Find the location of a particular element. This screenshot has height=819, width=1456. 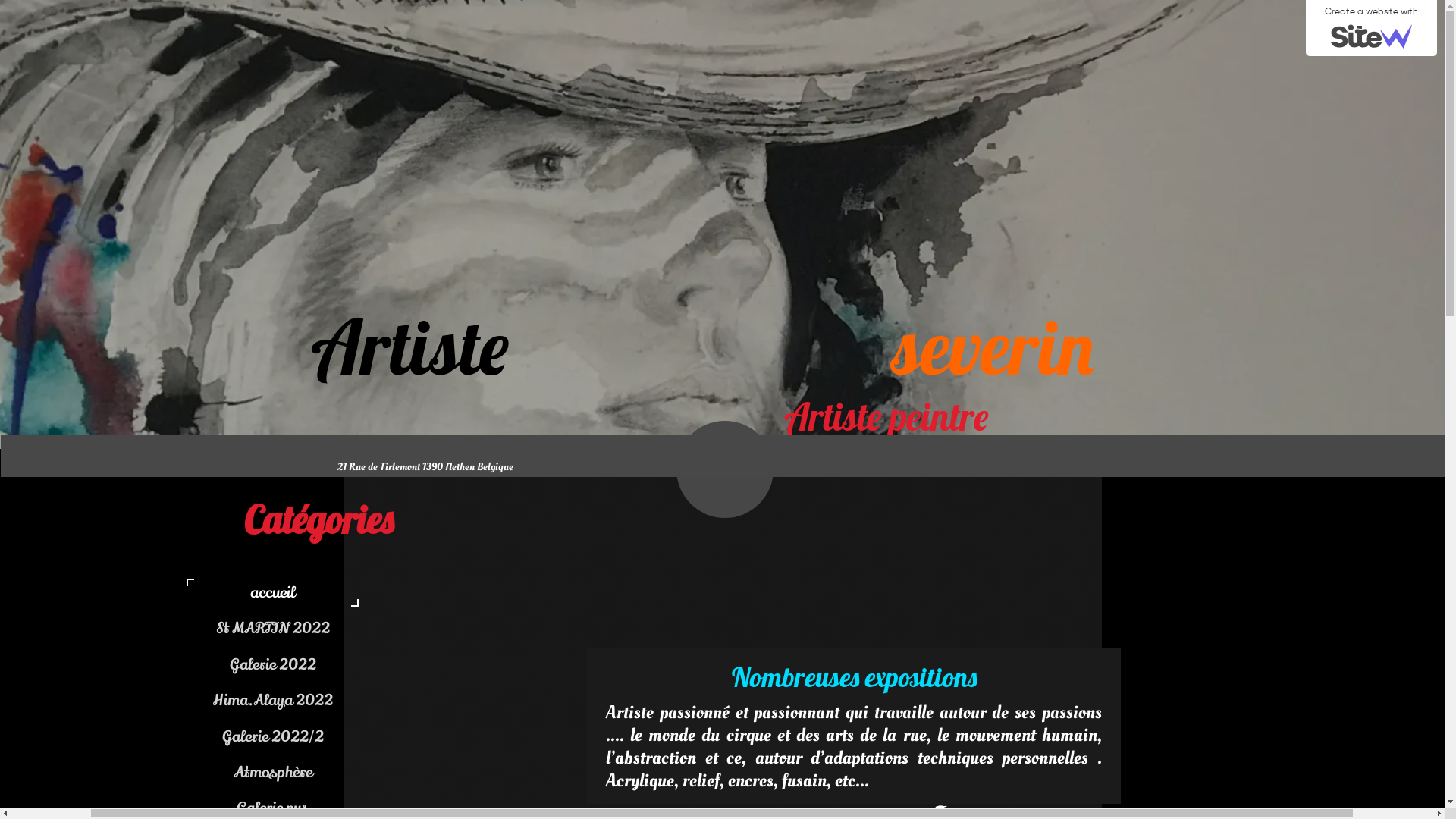

'Galerie 2022/2' is located at coordinates (277, 736).